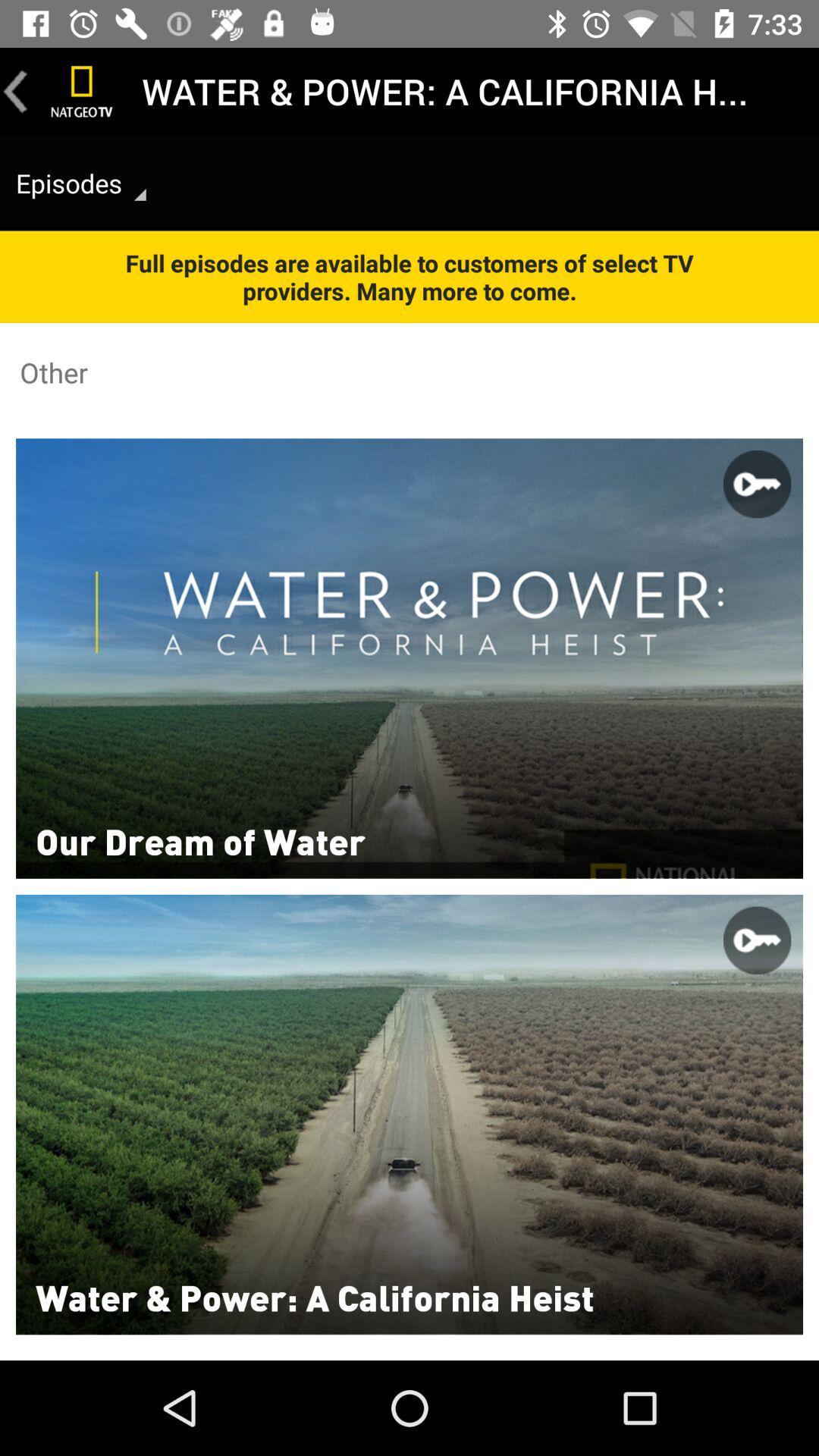 The width and height of the screenshot is (819, 1456). What do you see at coordinates (15, 90) in the screenshot?
I see `icon above episodes icon` at bounding box center [15, 90].